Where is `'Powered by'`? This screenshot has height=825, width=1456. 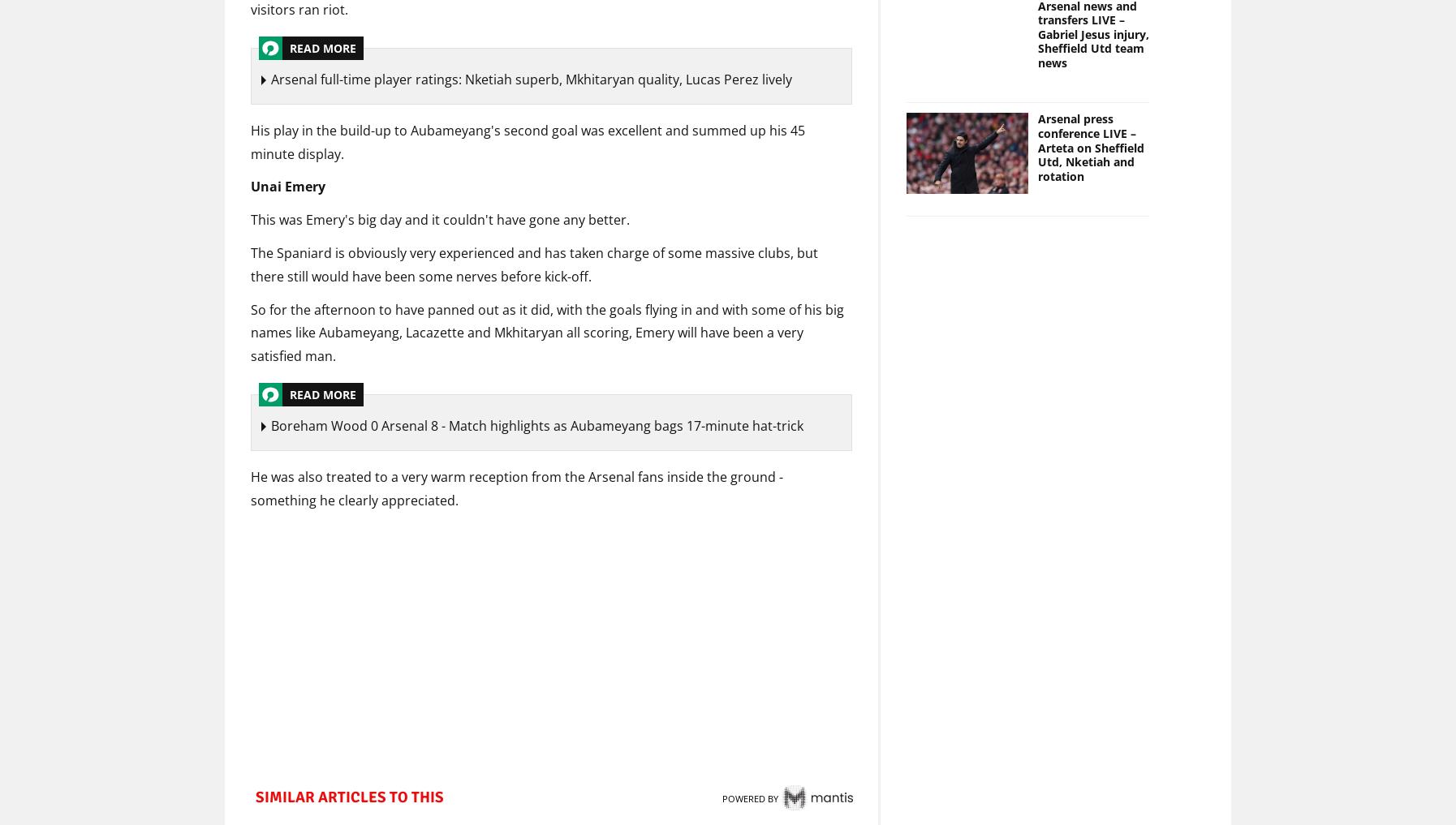
'Powered by' is located at coordinates (748, 800).